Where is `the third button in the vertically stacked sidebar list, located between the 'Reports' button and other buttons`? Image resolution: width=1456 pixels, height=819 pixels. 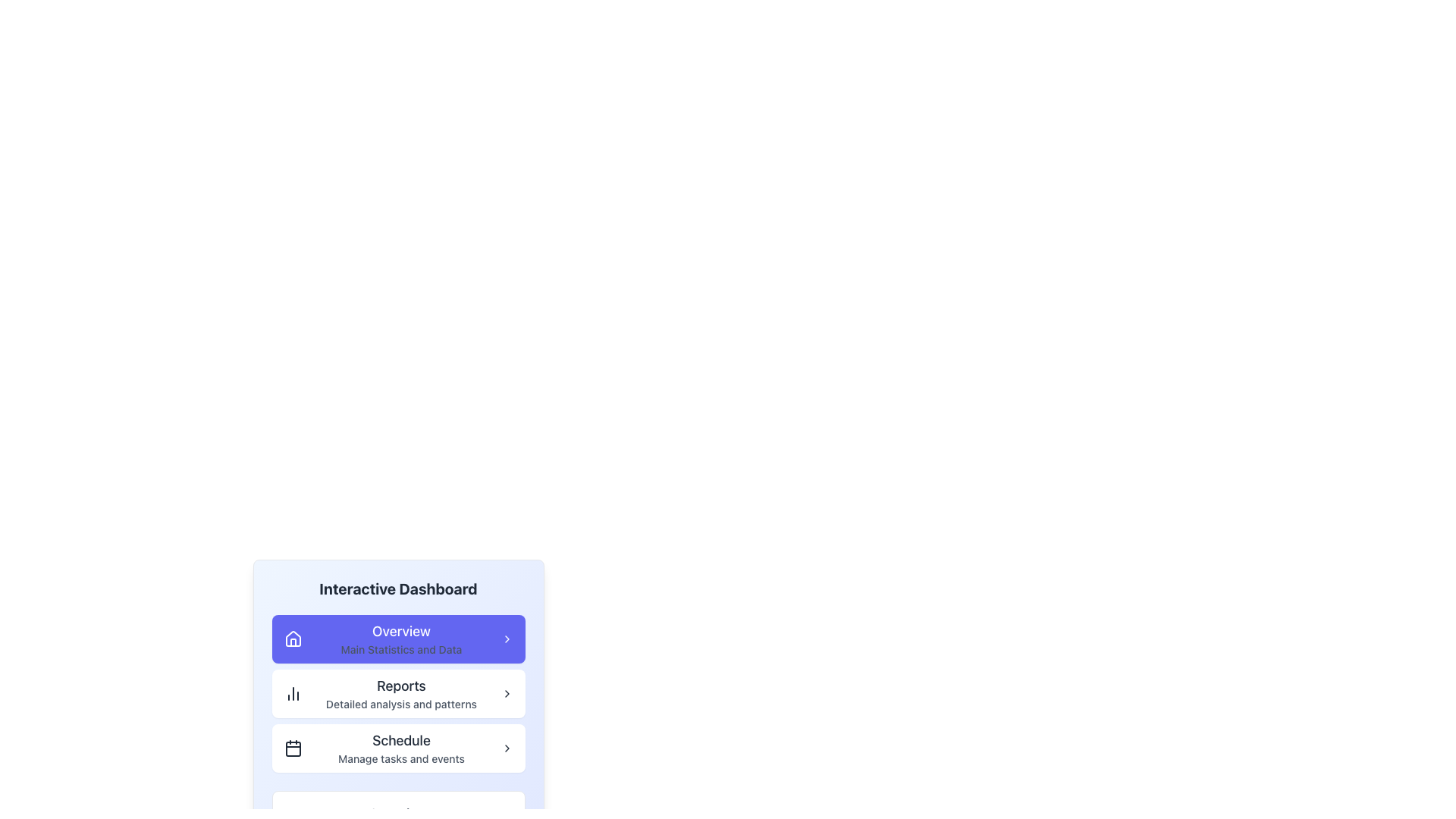
the third button in the vertically stacked sidebar list, located between the 'Reports' button and other buttons is located at coordinates (398, 748).